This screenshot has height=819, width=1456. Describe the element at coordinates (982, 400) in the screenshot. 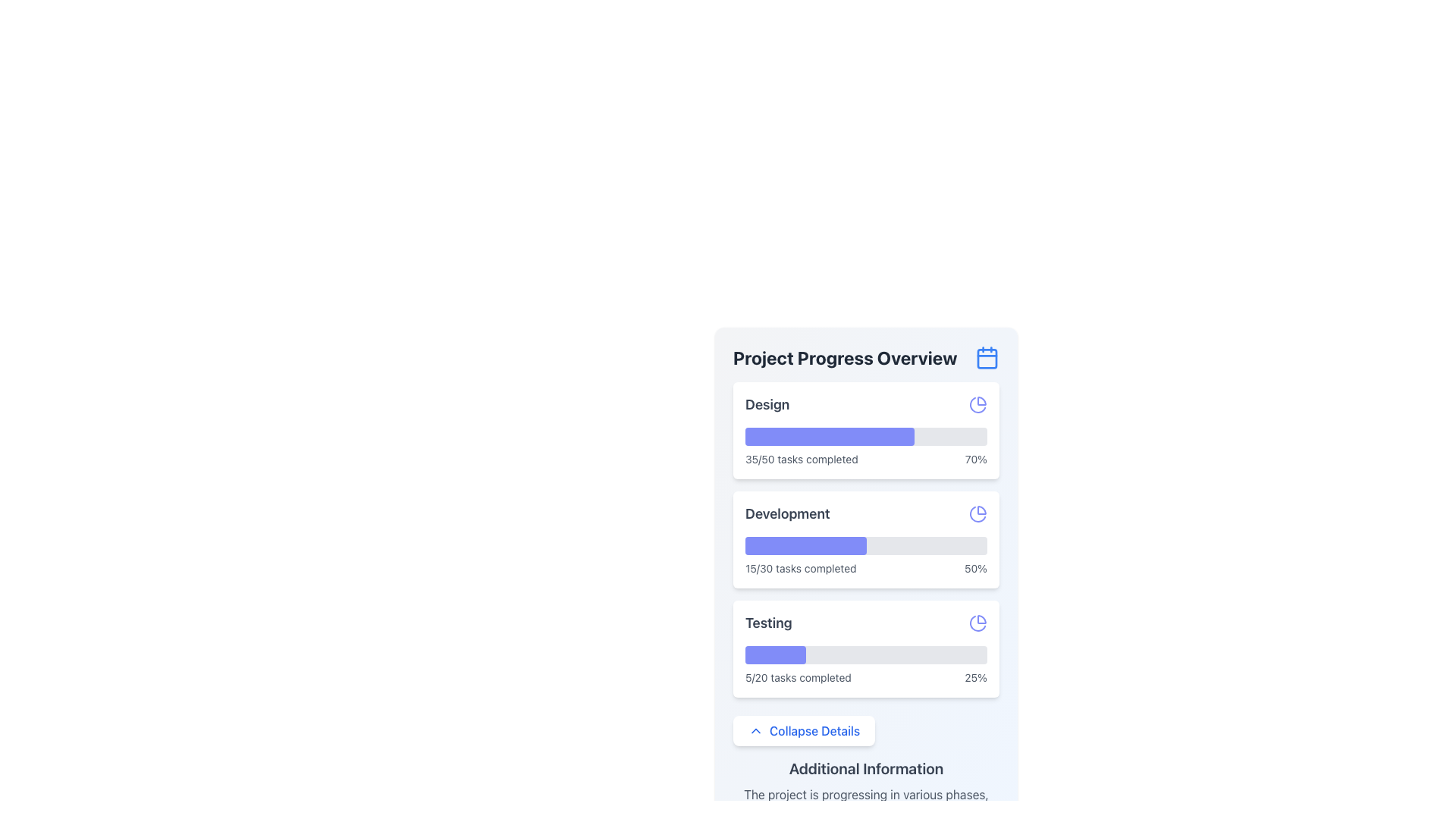

I see `the right segment of the pie chart icon representing the 'Design' item in the Project Progress Overview section if interactive functionality is available` at that location.